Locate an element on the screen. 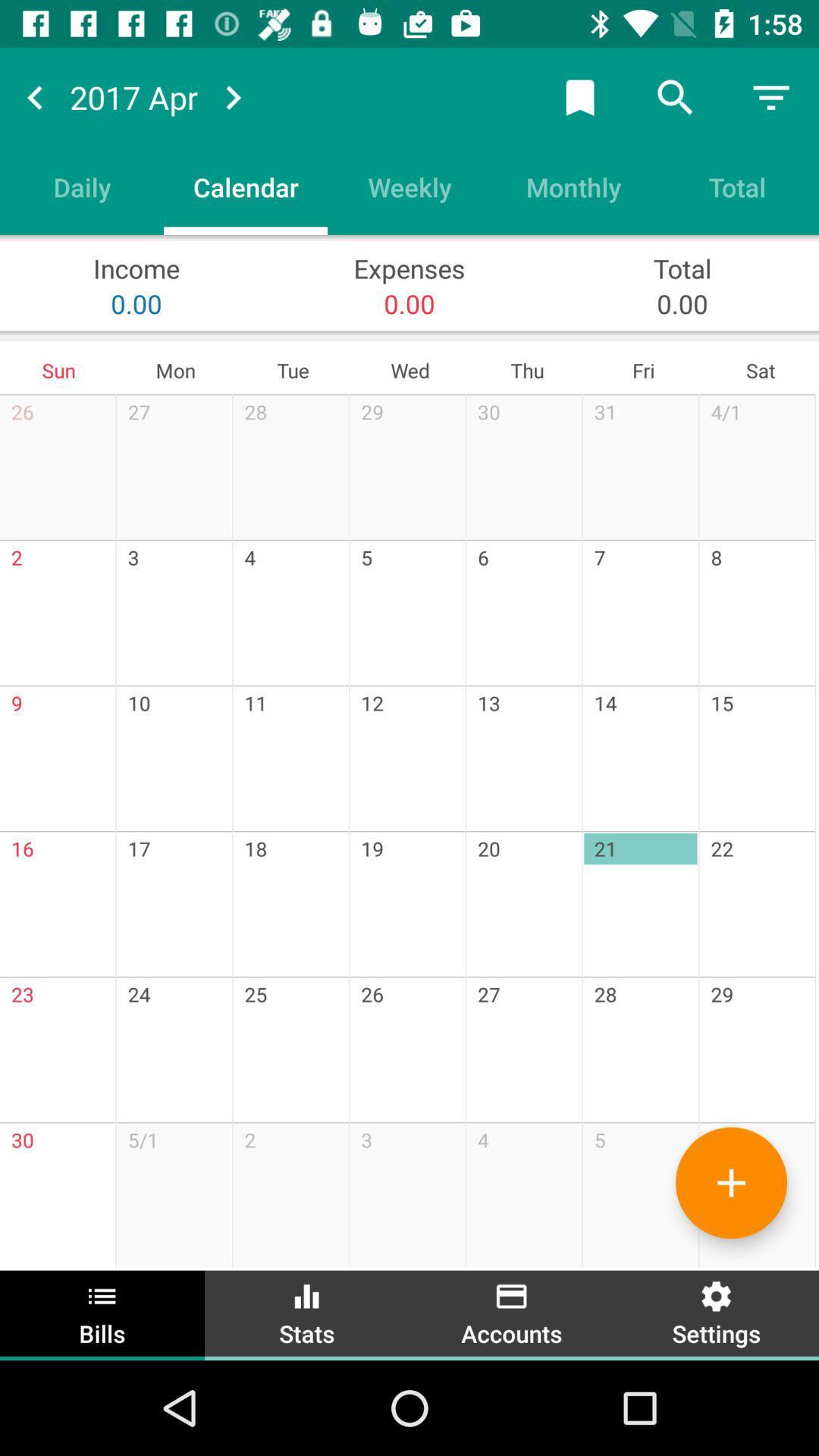 This screenshot has height=1456, width=819. the arrow_forward icon is located at coordinates (233, 96).